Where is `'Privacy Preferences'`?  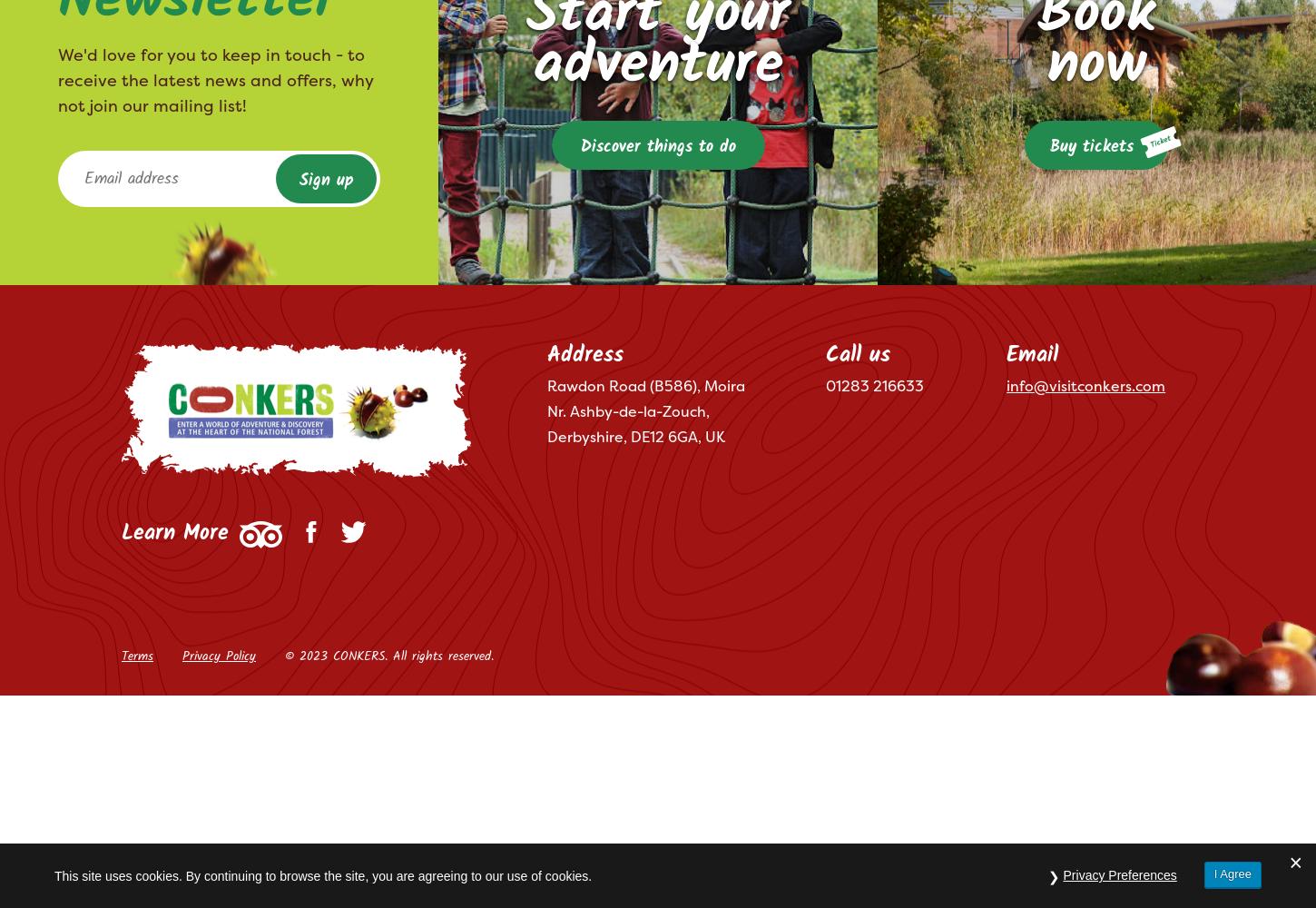 'Privacy Preferences' is located at coordinates (1062, 874).